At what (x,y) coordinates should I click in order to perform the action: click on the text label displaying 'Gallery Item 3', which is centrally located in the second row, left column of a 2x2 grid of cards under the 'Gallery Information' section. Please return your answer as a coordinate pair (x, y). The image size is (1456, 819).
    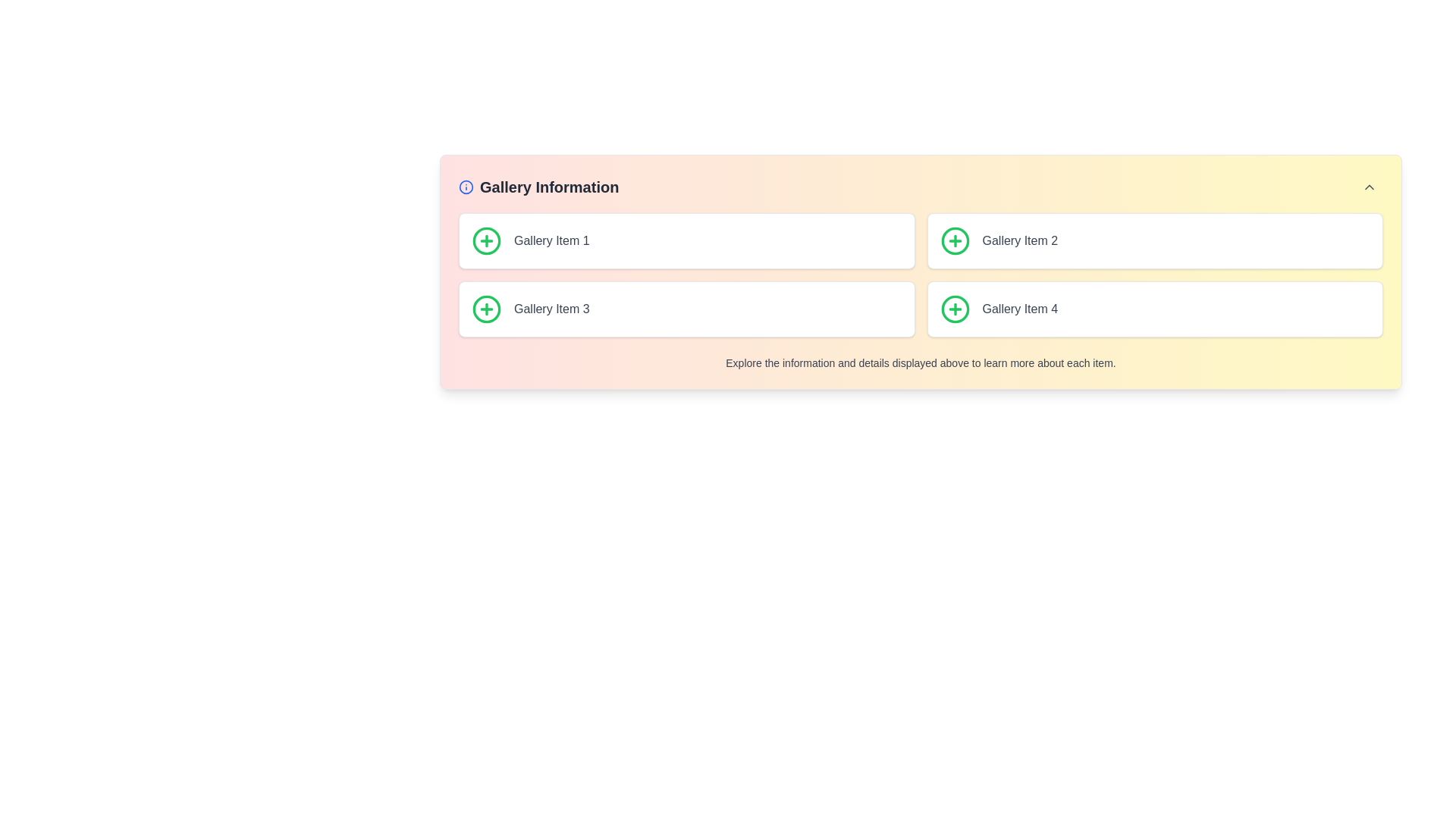
    Looking at the image, I should click on (551, 309).